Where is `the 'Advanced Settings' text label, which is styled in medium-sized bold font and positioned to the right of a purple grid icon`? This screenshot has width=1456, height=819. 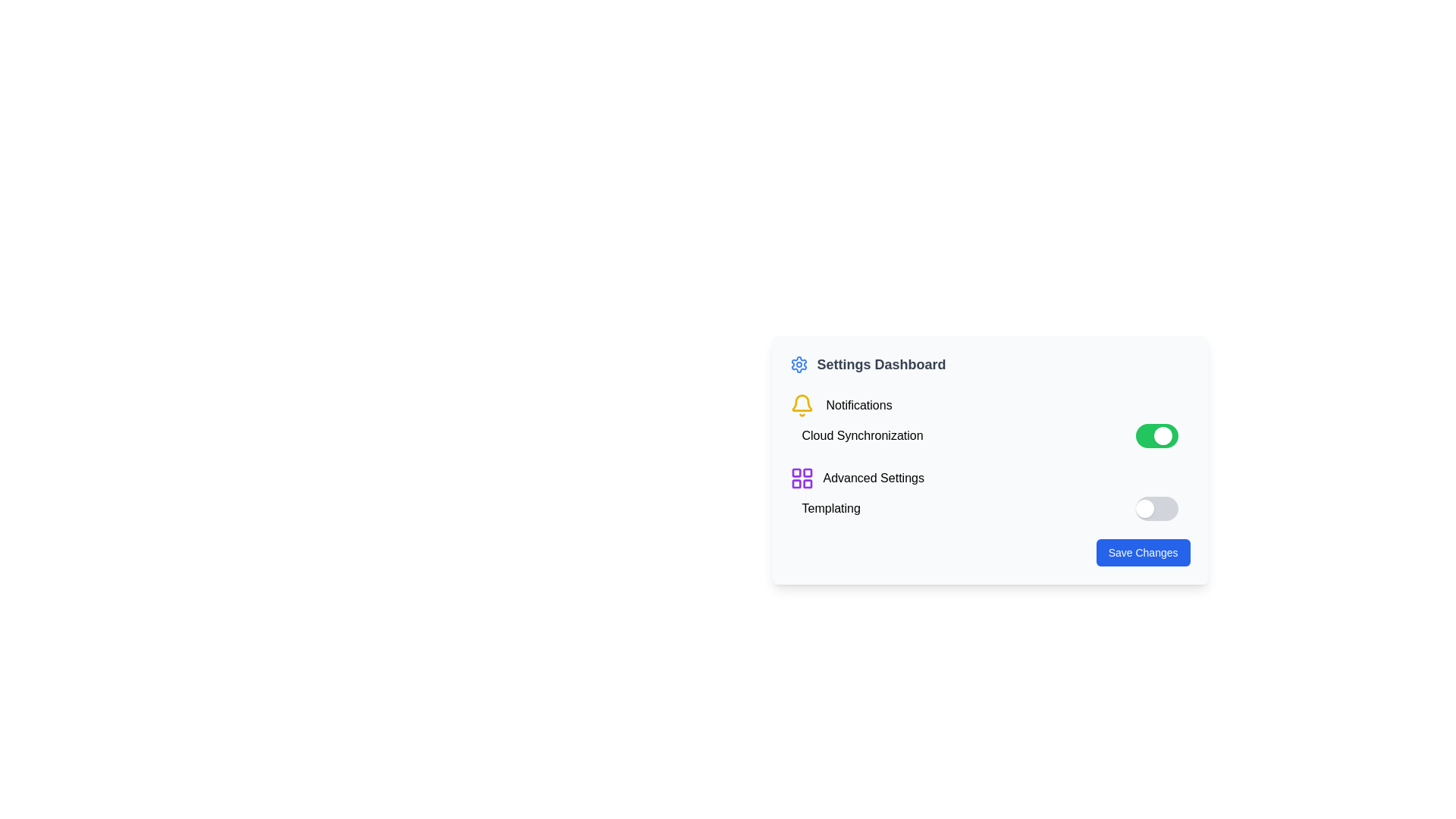
the 'Advanced Settings' text label, which is styled in medium-sized bold font and positioned to the right of a purple grid icon is located at coordinates (874, 479).